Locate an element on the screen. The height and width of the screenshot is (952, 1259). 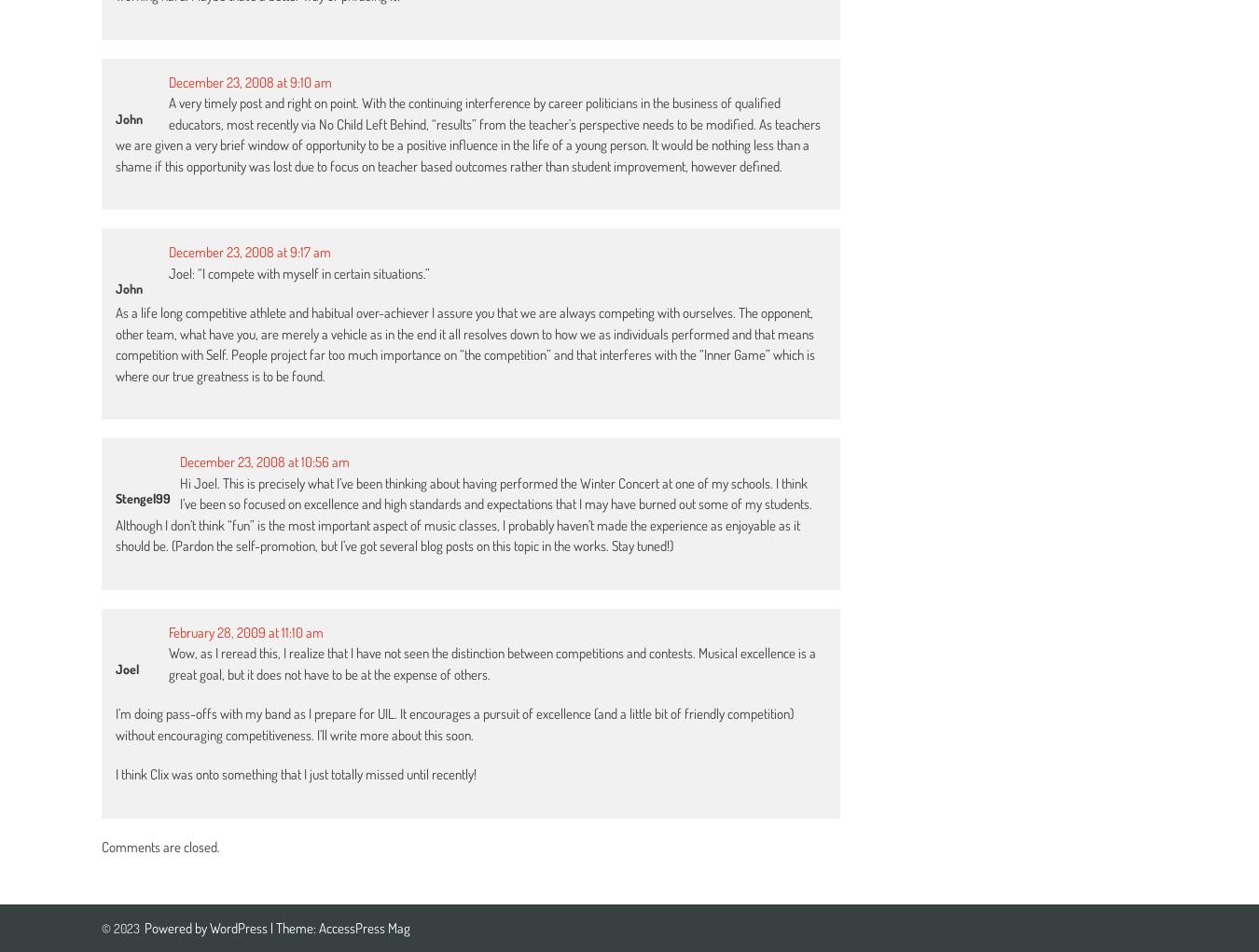
'AccessPress Mag' is located at coordinates (364, 928).